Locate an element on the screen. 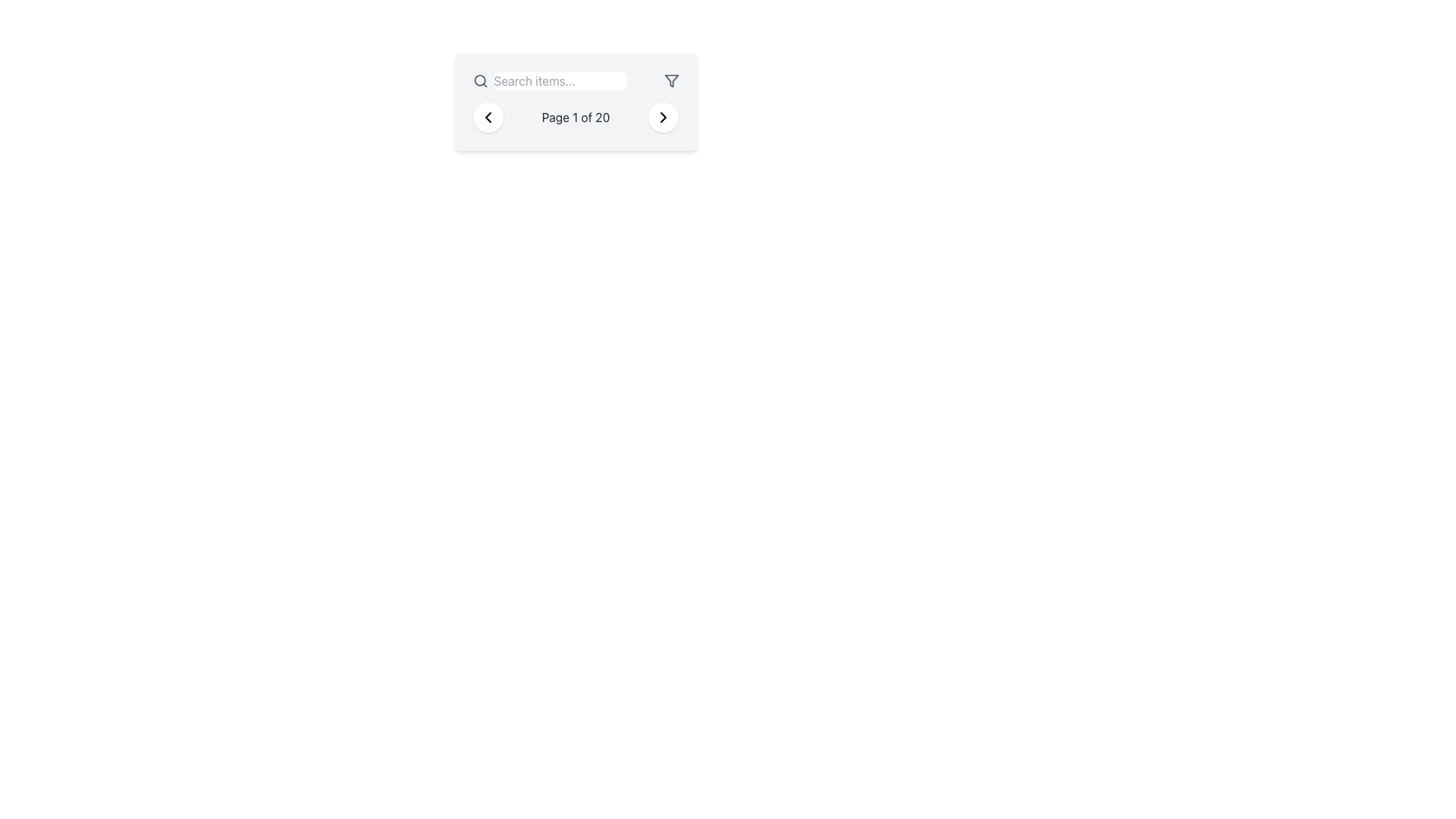 The width and height of the screenshot is (1456, 819). the filter options icon located on the right side of the search bar is located at coordinates (670, 81).